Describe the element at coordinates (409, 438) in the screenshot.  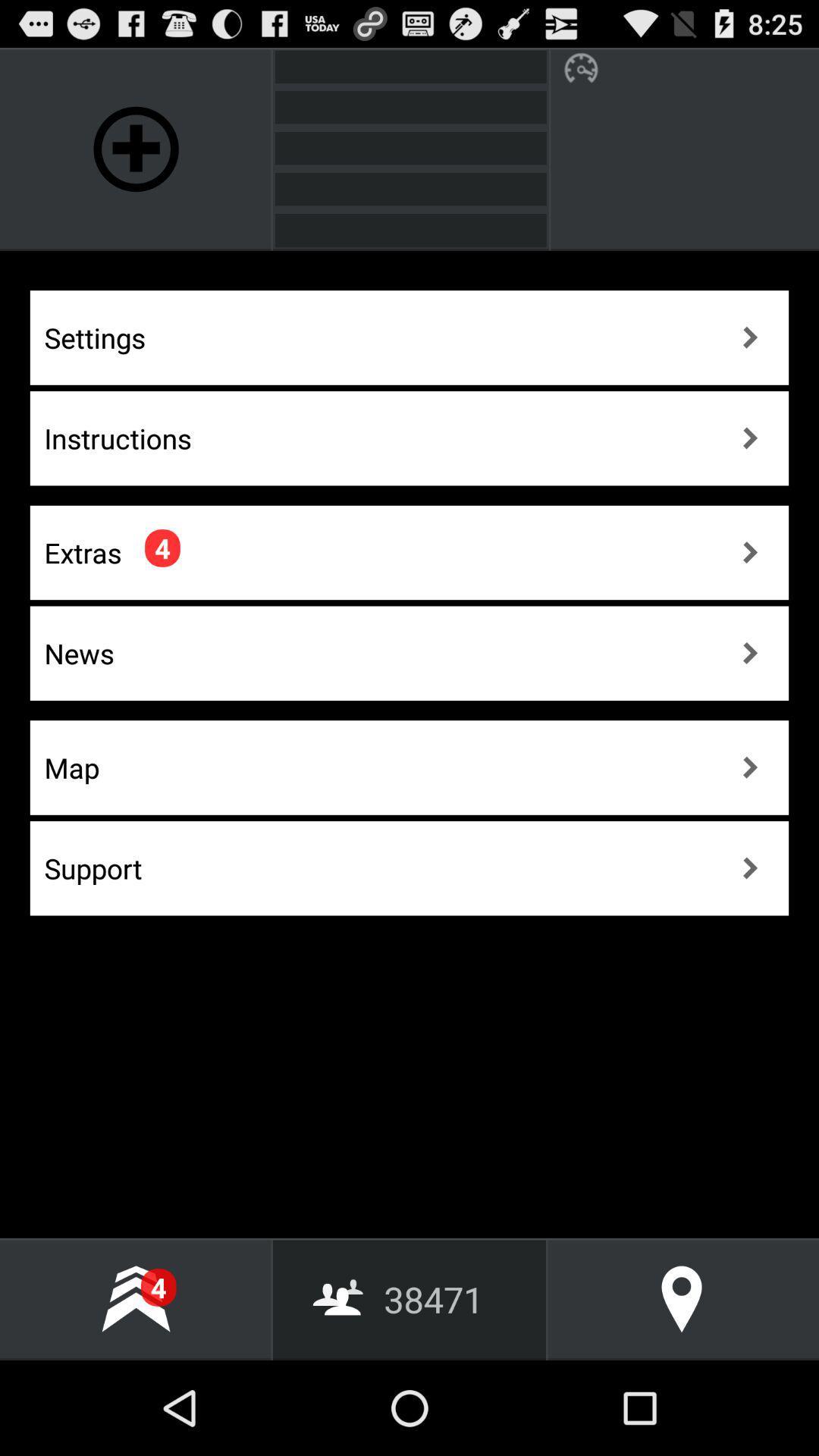
I see `the button below settings` at that location.